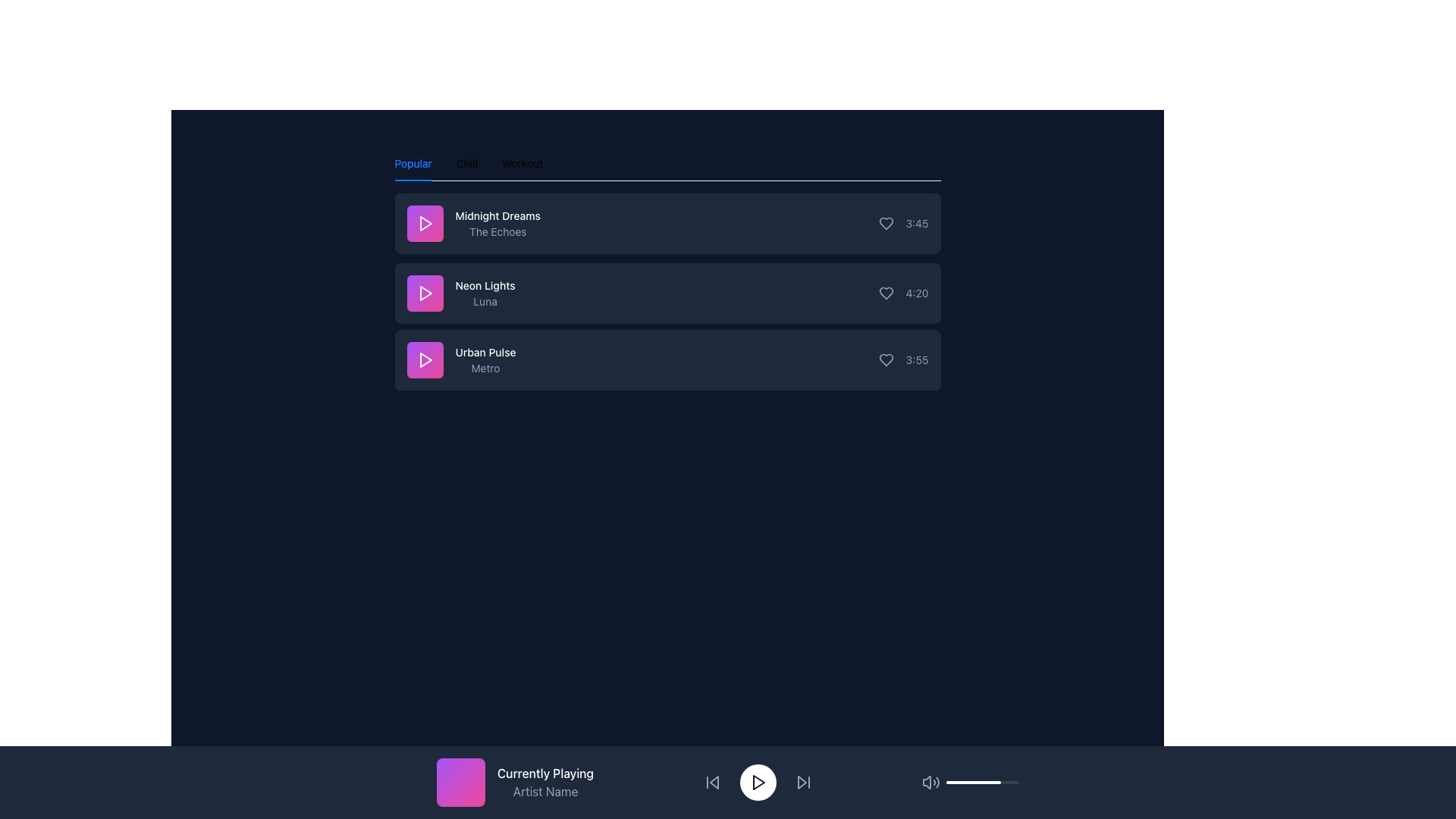 This screenshot has width=1456, height=819. Describe the element at coordinates (711, 783) in the screenshot. I see `the backward skip button located at the leftmost position in the series of three playback control buttons to skip to the previous track` at that location.